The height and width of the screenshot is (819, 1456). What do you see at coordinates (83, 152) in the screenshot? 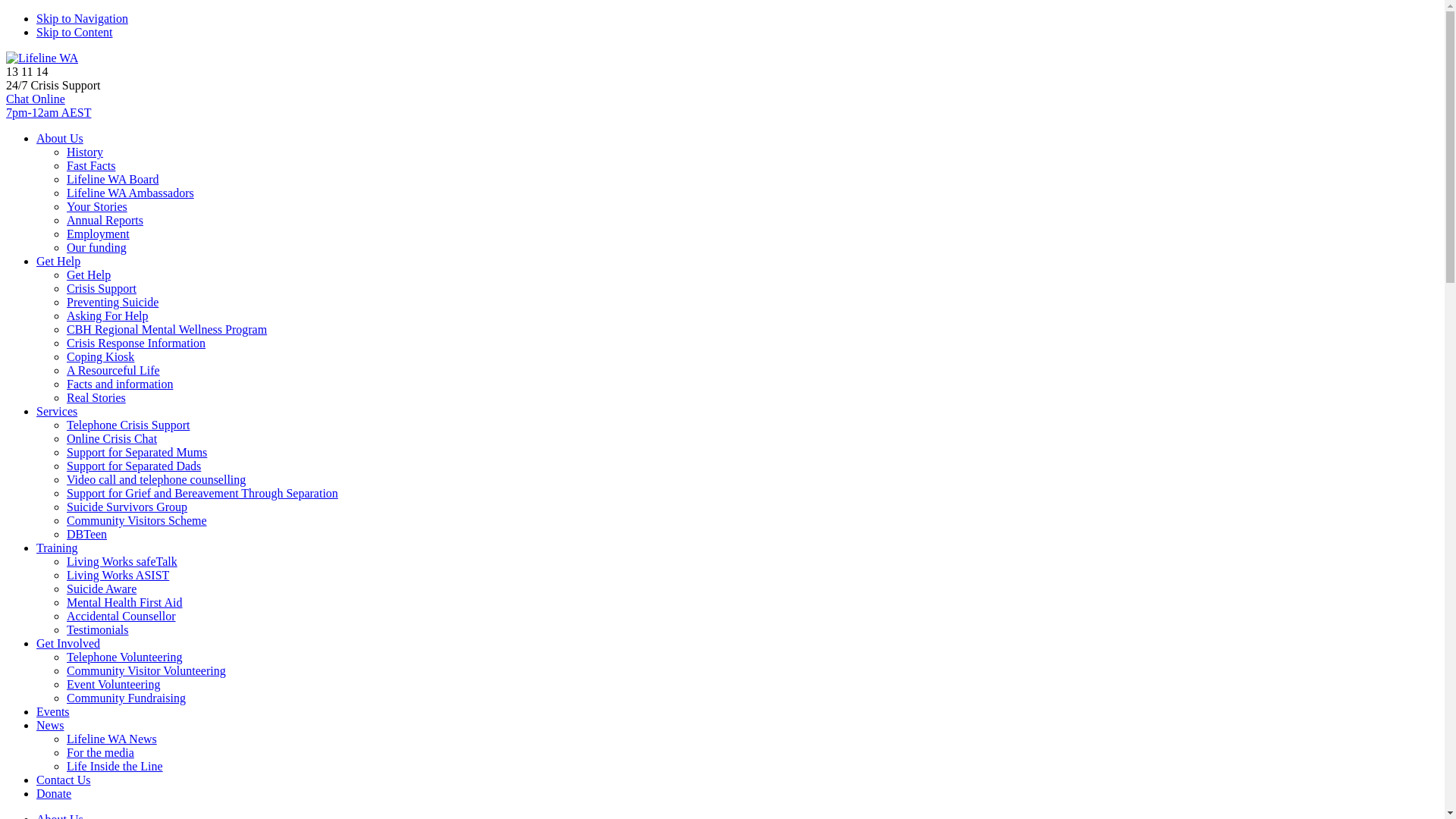
I see `'History'` at bounding box center [83, 152].